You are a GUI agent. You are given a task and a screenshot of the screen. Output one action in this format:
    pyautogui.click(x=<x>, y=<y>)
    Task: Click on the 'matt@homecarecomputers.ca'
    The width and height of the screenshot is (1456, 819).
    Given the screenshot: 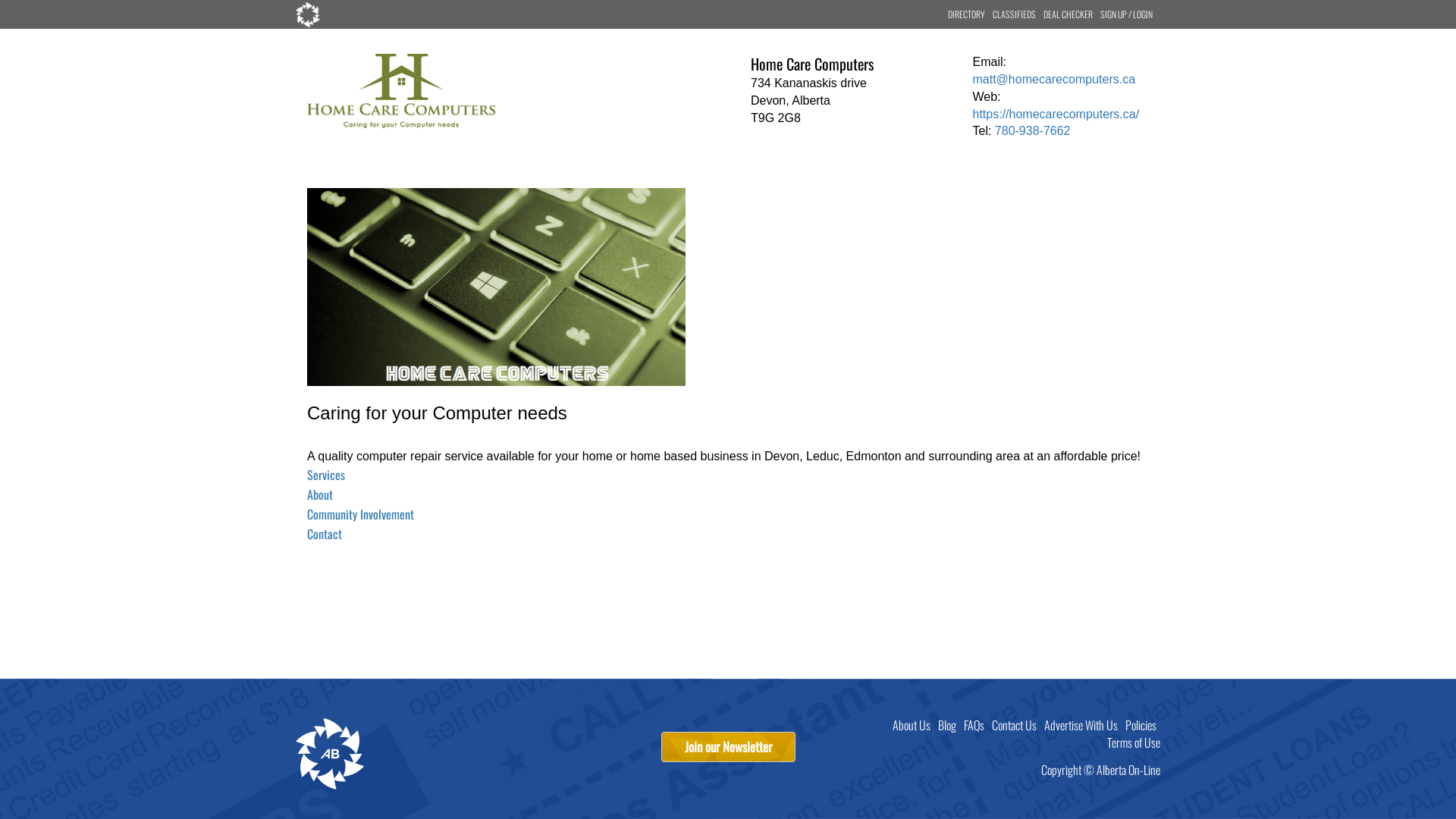 What is the action you would take?
    pyautogui.click(x=1053, y=79)
    